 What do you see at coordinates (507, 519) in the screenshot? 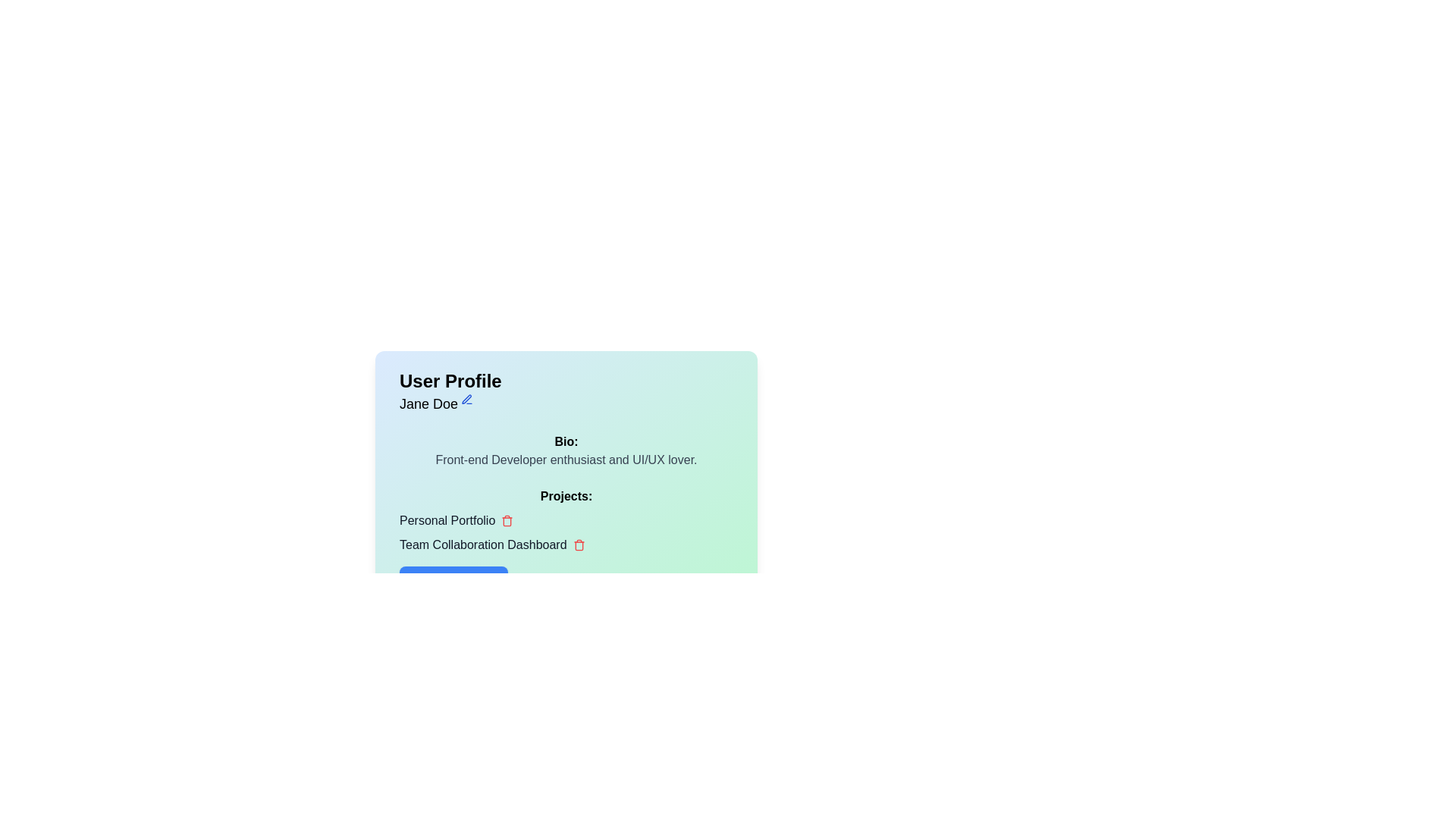
I see `the red trash bin icon button` at bounding box center [507, 519].